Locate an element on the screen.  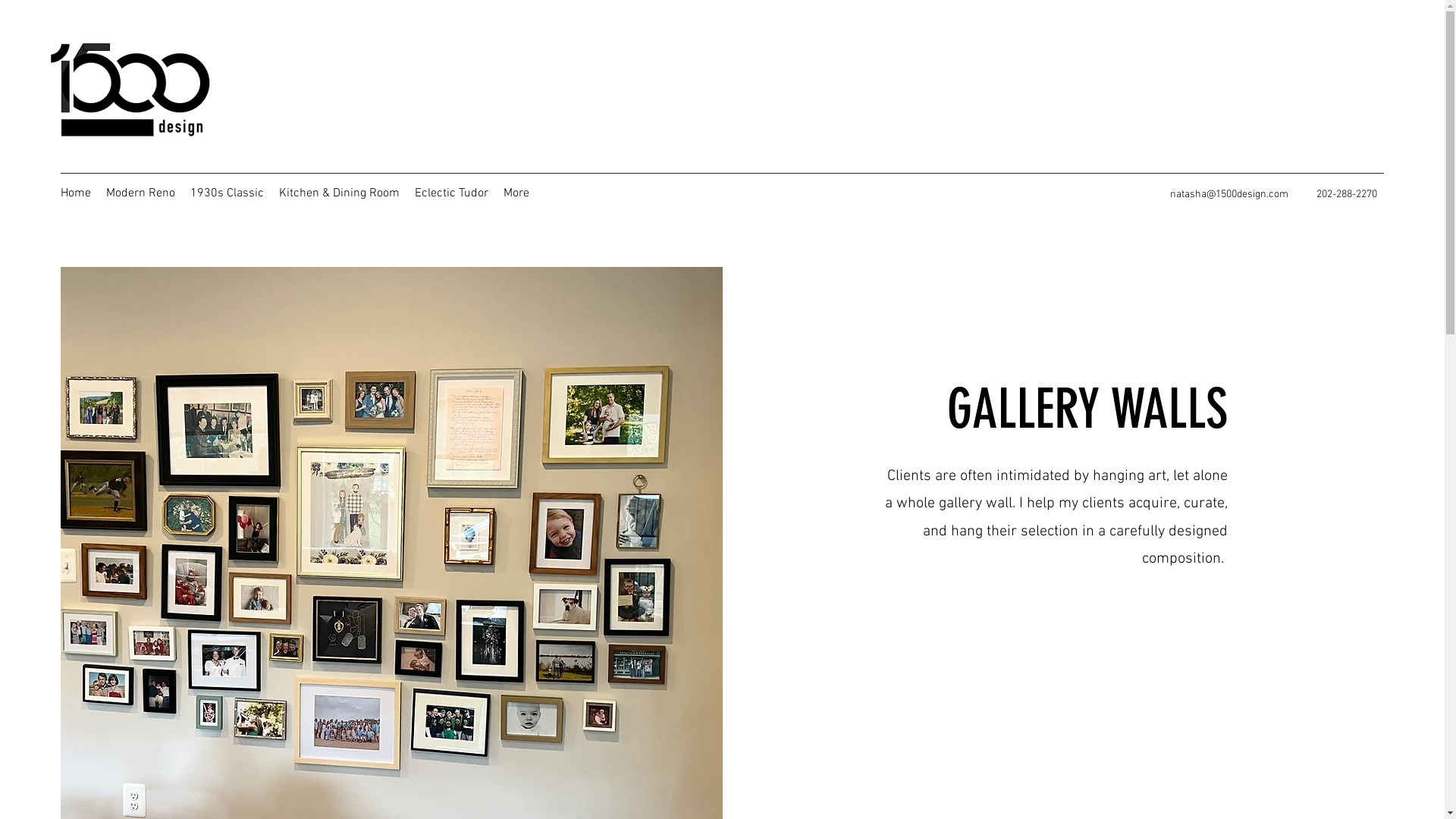
'natasha@1500design.com' is located at coordinates (1229, 193).